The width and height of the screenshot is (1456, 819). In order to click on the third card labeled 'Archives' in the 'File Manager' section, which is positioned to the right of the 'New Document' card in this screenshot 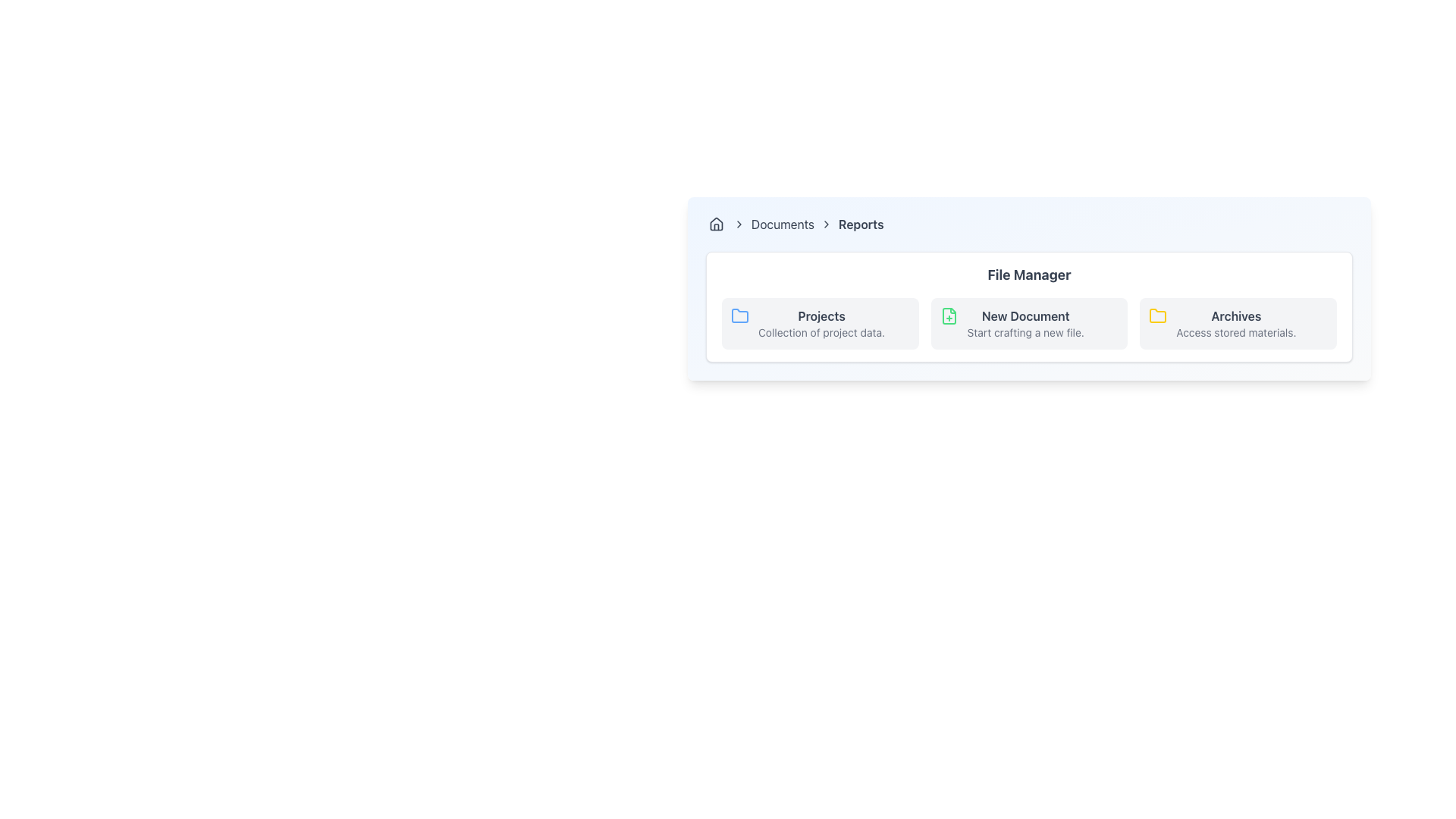, I will do `click(1238, 323)`.